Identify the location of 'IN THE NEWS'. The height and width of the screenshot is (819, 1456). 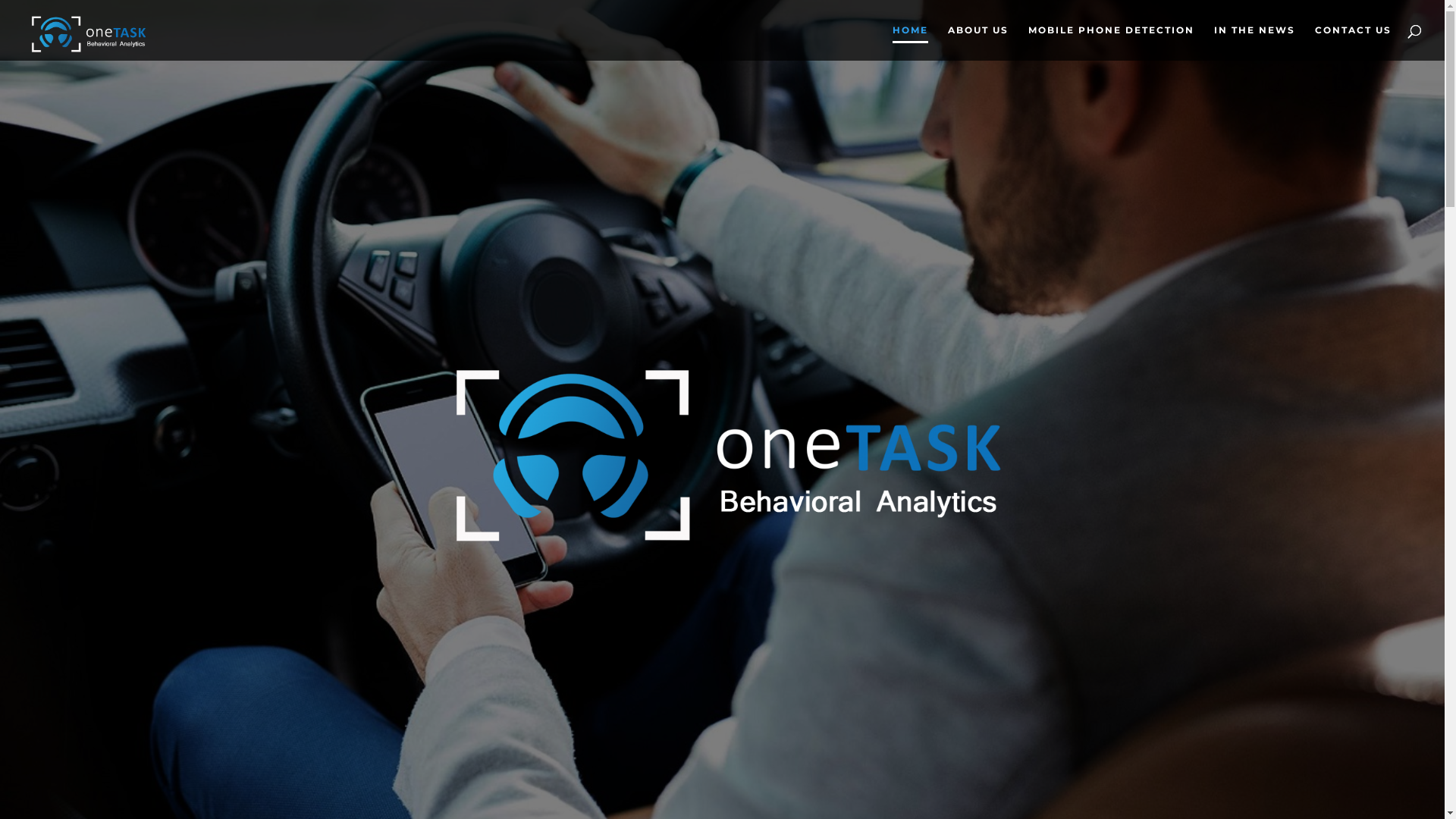
(1214, 42).